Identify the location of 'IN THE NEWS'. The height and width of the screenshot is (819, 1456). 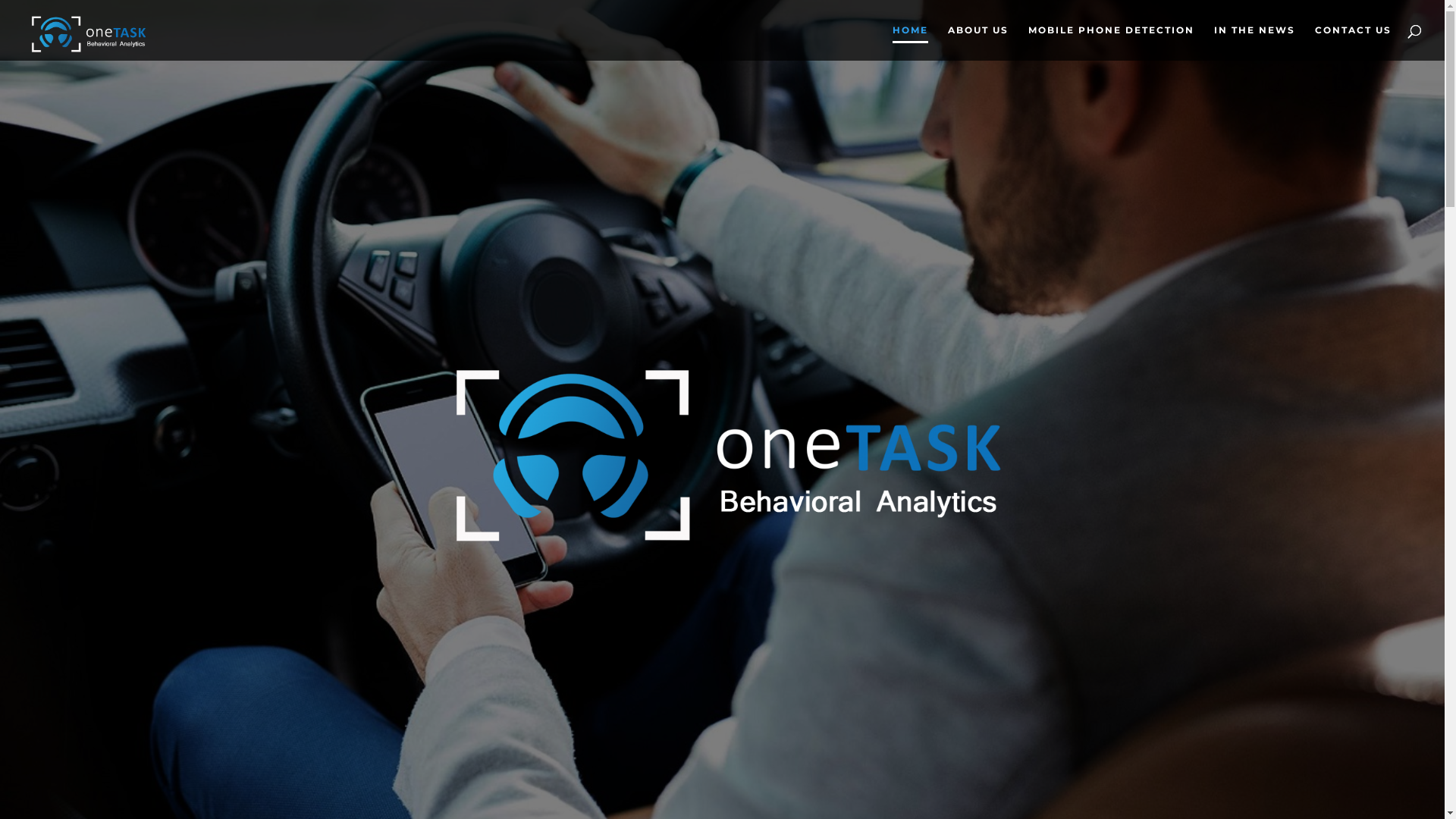
(1214, 42).